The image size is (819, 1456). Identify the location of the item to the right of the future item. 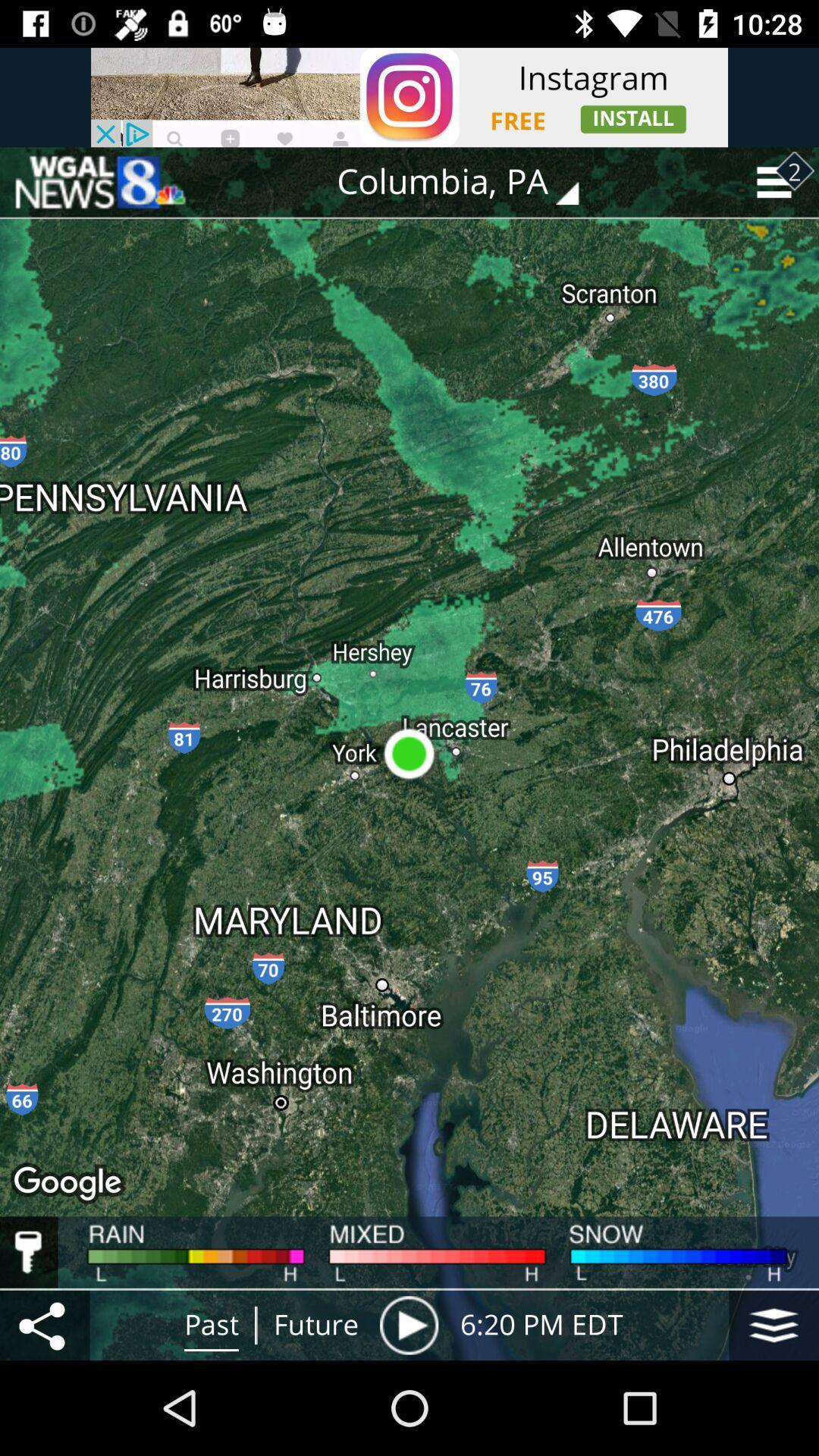
(408, 1324).